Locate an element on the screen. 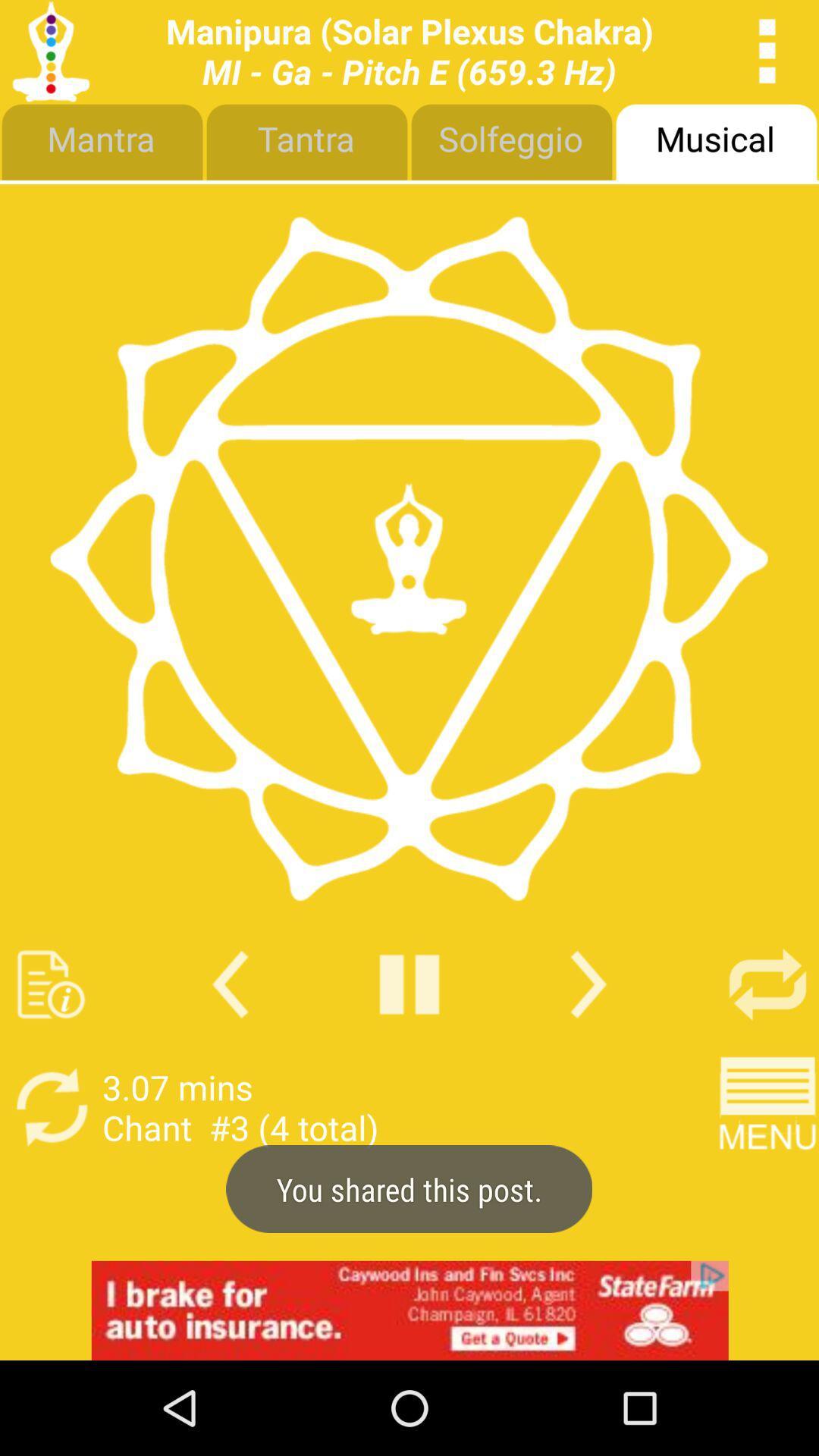 The height and width of the screenshot is (1456, 819). next is located at coordinates (588, 984).